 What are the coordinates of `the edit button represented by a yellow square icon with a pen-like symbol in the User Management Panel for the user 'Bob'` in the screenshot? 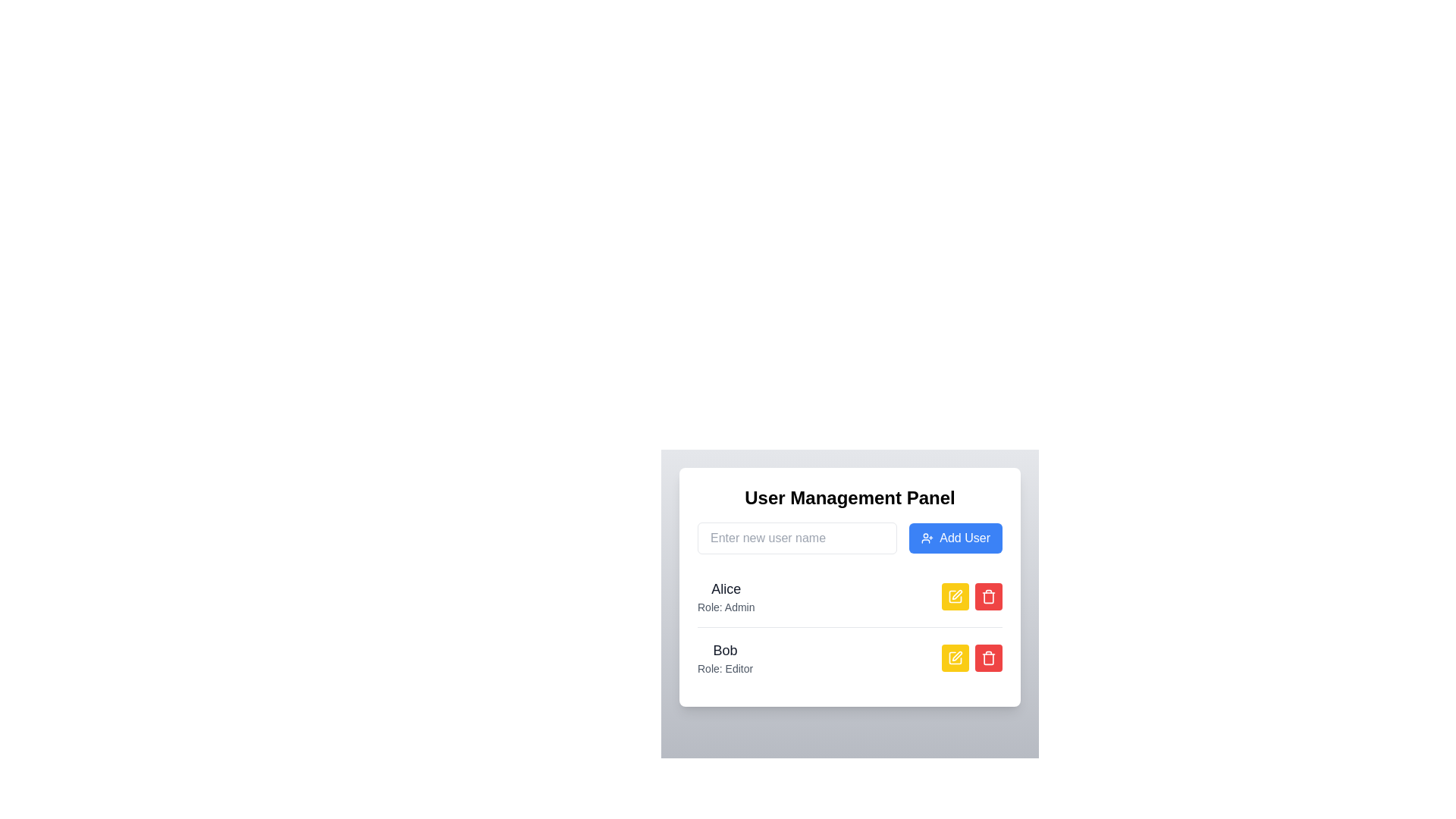 It's located at (954, 657).